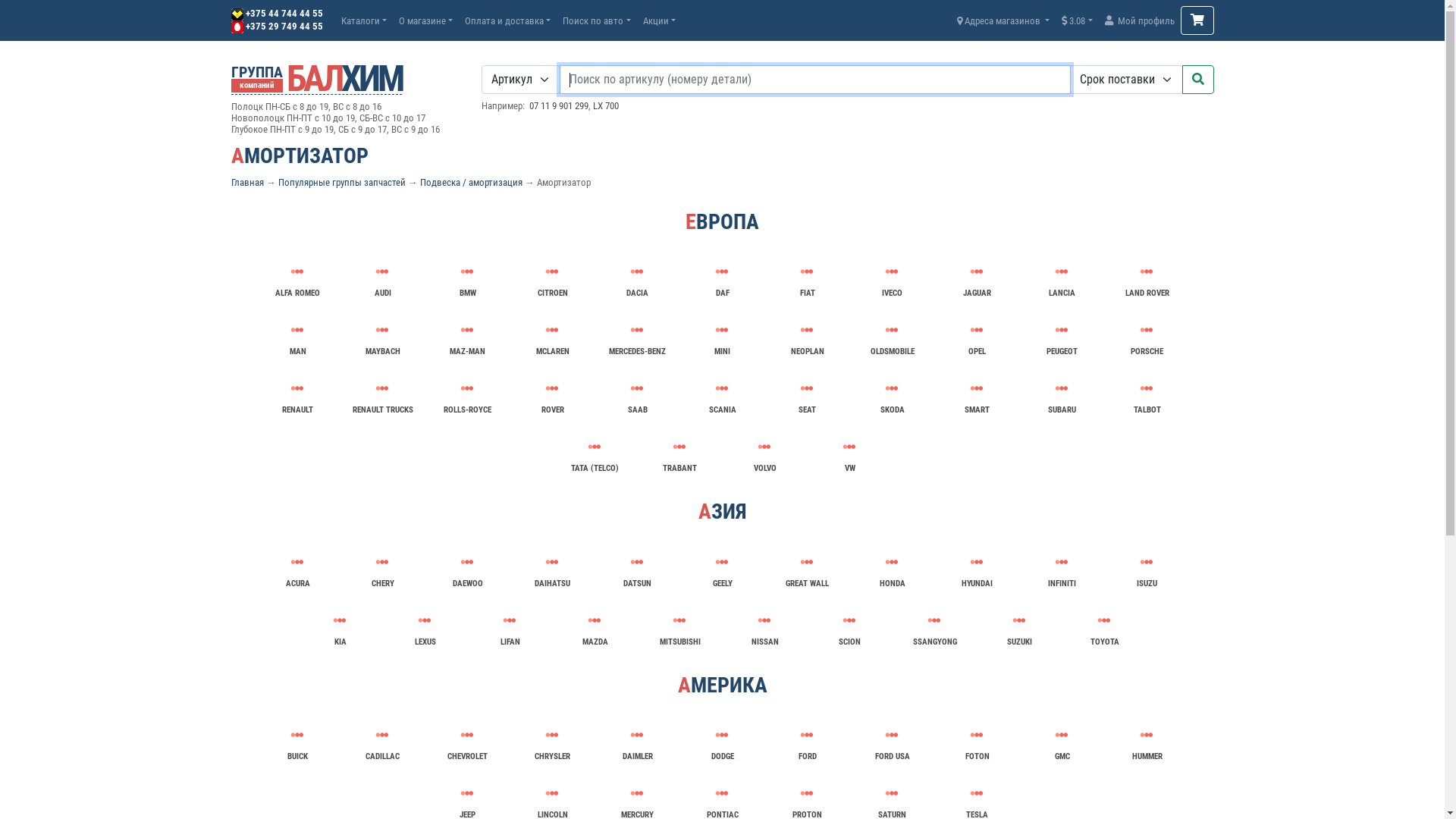 This screenshot has width=1456, height=819. Describe the element at coordinates (551, 733) in the screenshot. I see `'CHRYSLER'` at that location.